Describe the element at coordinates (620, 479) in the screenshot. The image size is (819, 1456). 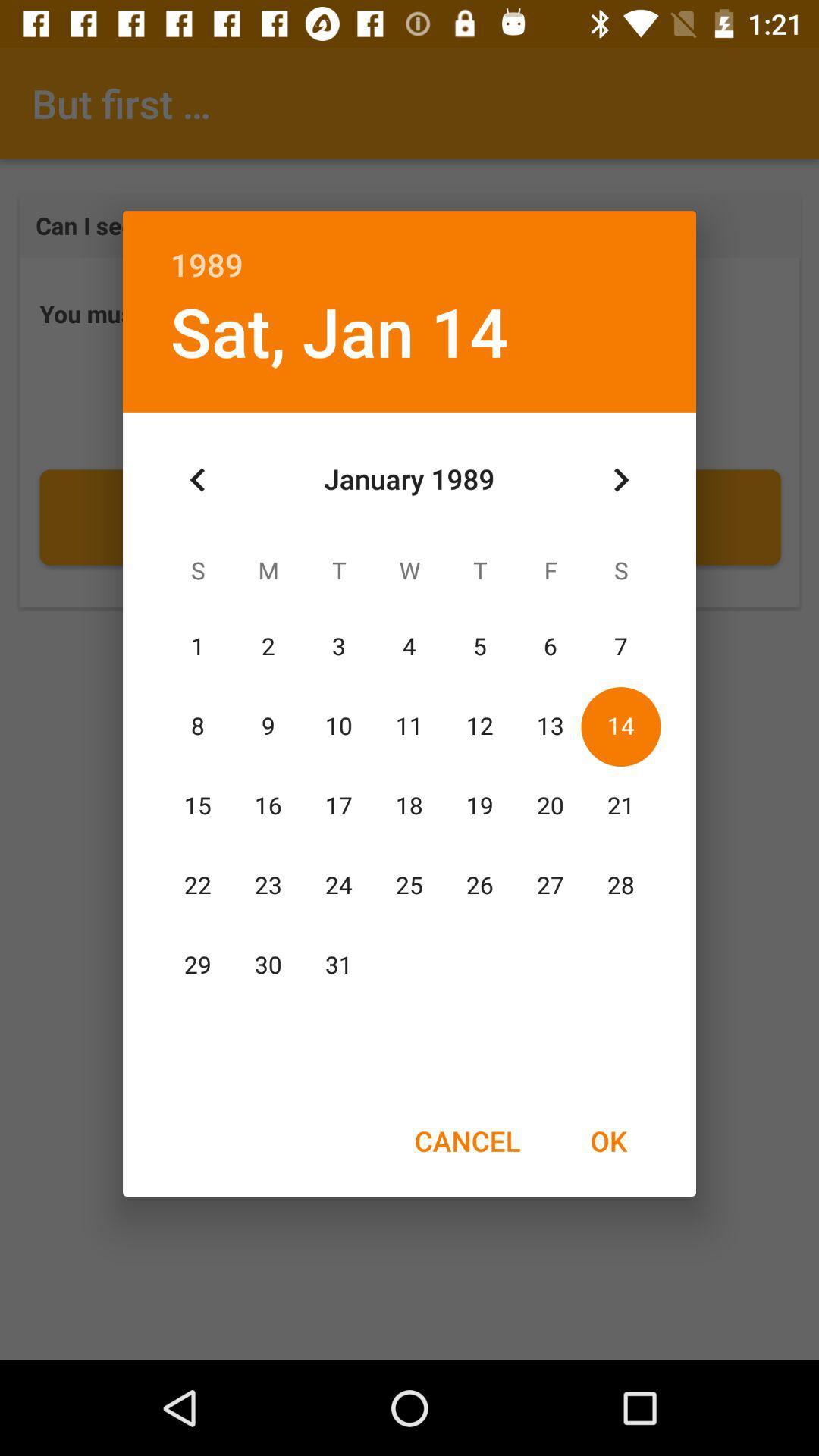
I see `the item at the top right corner` at that location.